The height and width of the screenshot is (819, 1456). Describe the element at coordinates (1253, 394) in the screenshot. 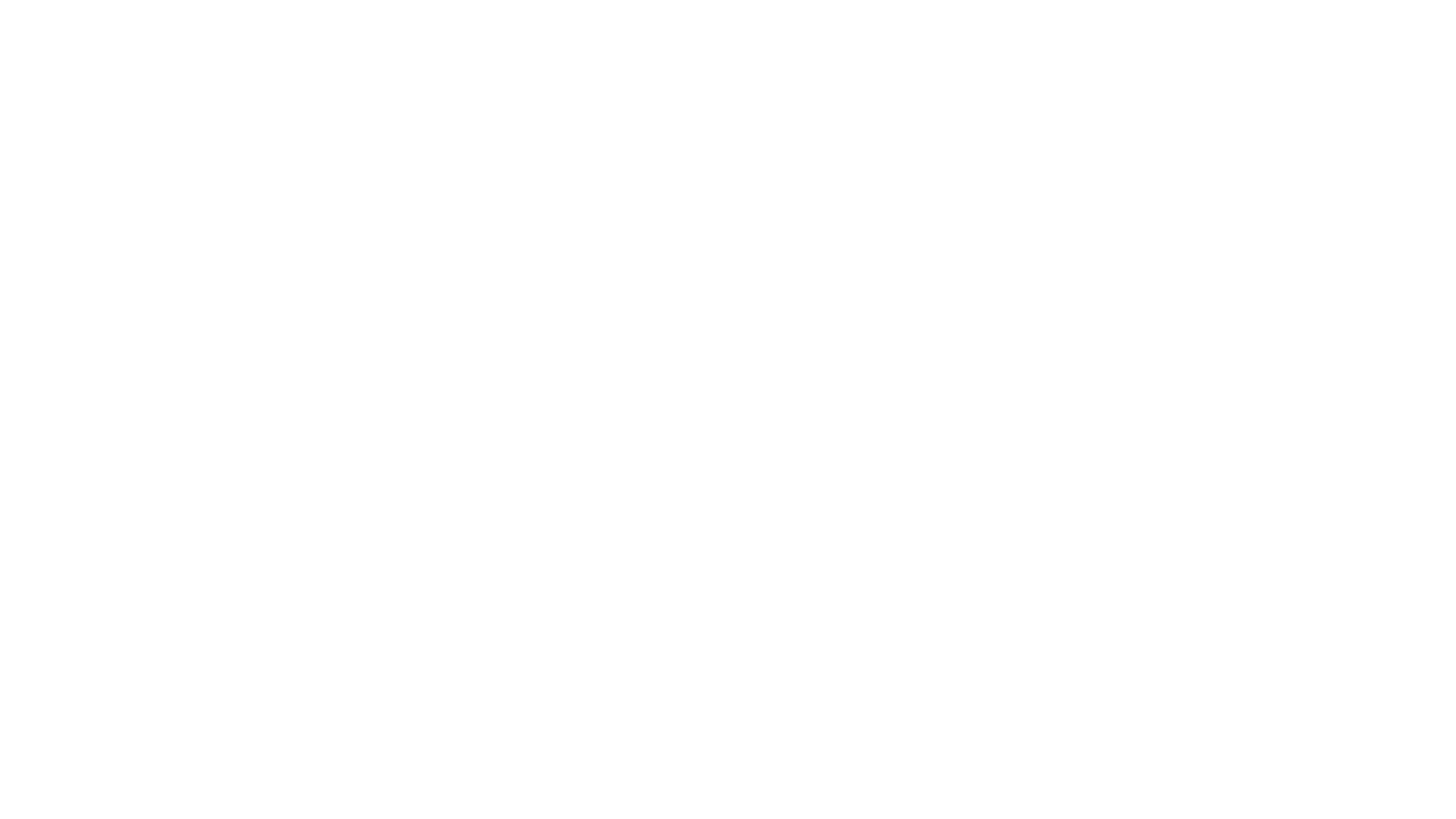

I see `Search` at that location.